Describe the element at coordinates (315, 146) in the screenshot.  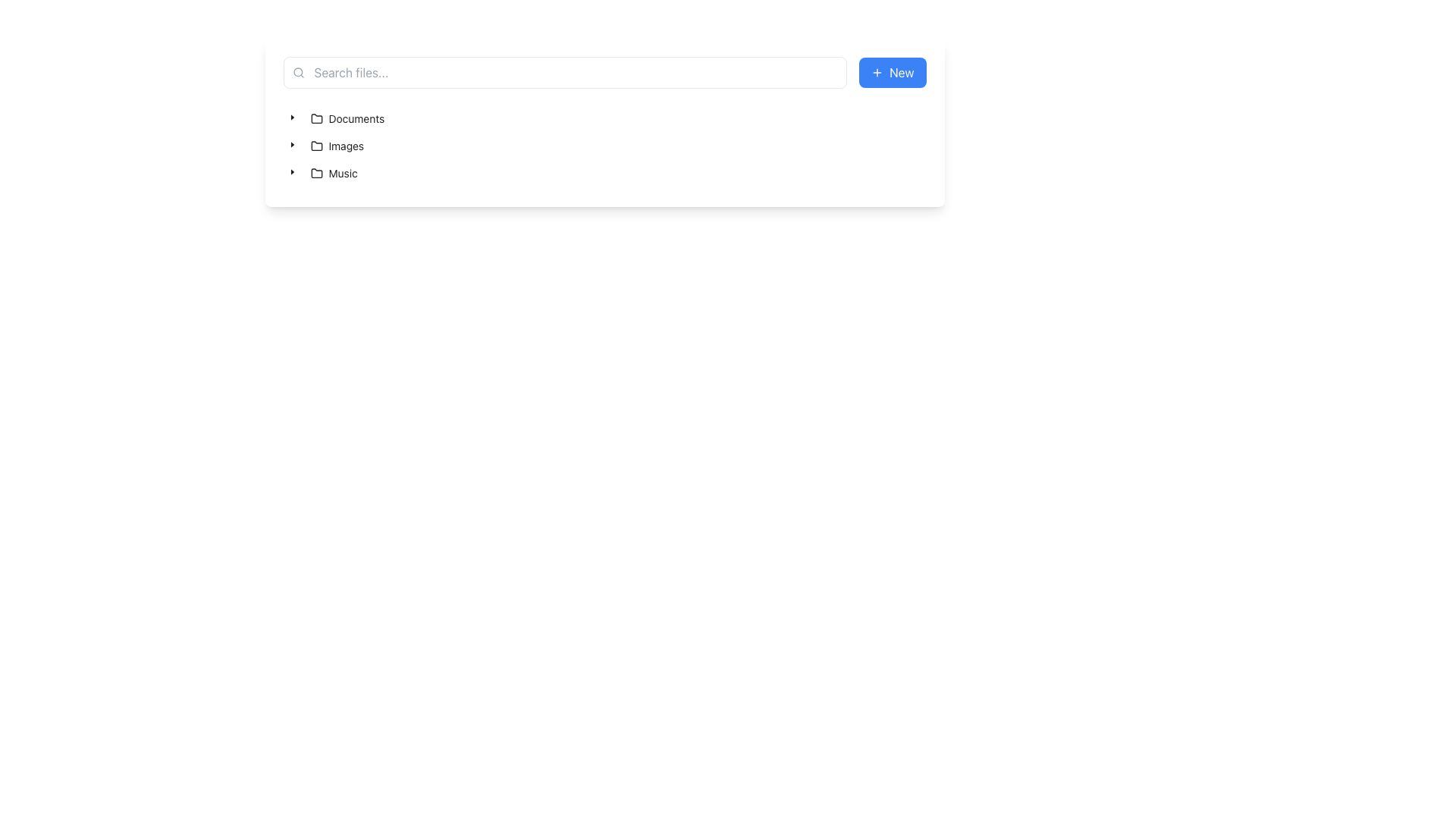
I see `the folder icon located to the immediate left of the 'Images' label in the second entry of the list to focus or select the associated folder` at that location.